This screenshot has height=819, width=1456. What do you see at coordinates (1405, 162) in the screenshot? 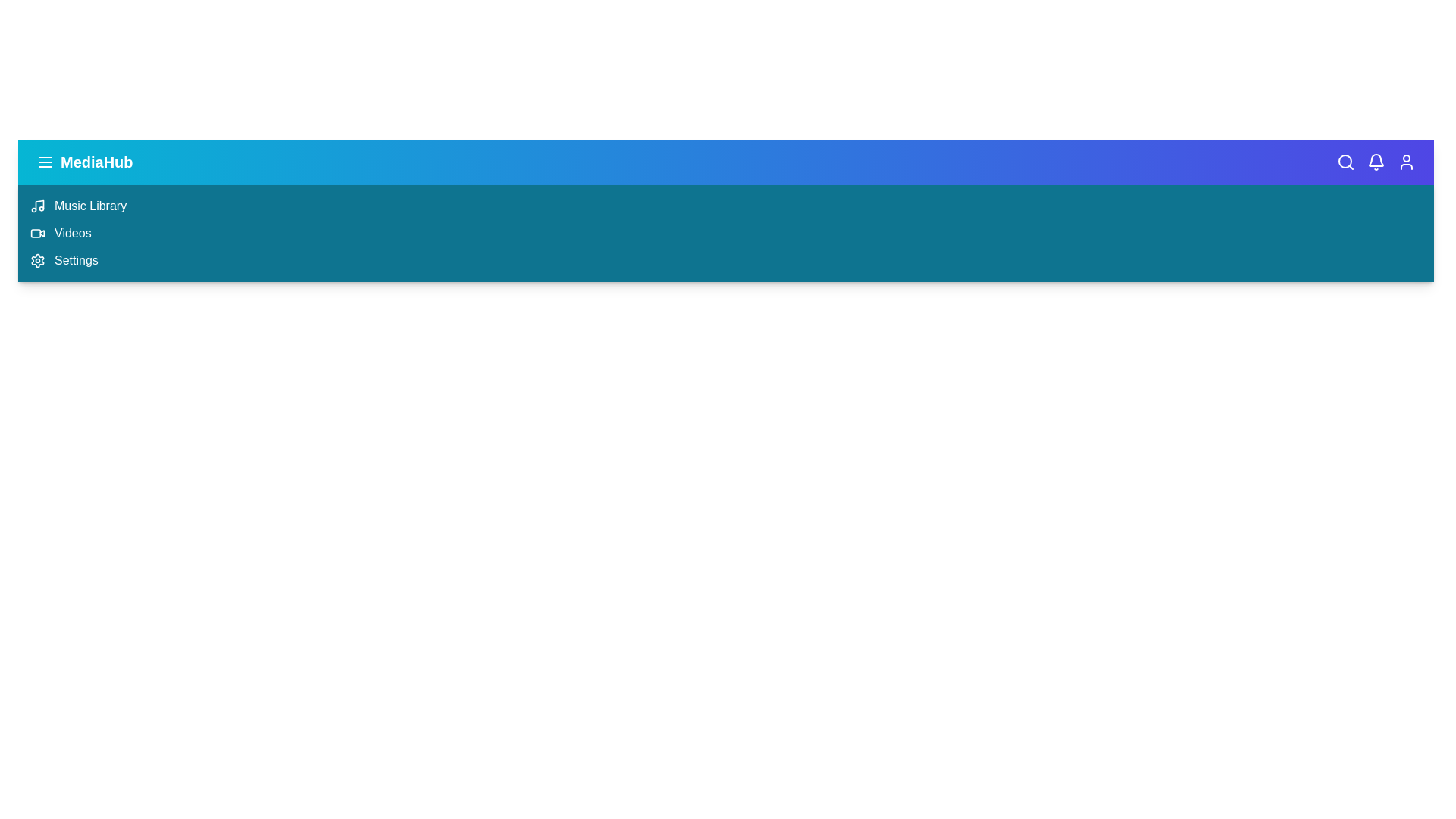
I see `the user profile icon` at bounding box center [1405, 162].